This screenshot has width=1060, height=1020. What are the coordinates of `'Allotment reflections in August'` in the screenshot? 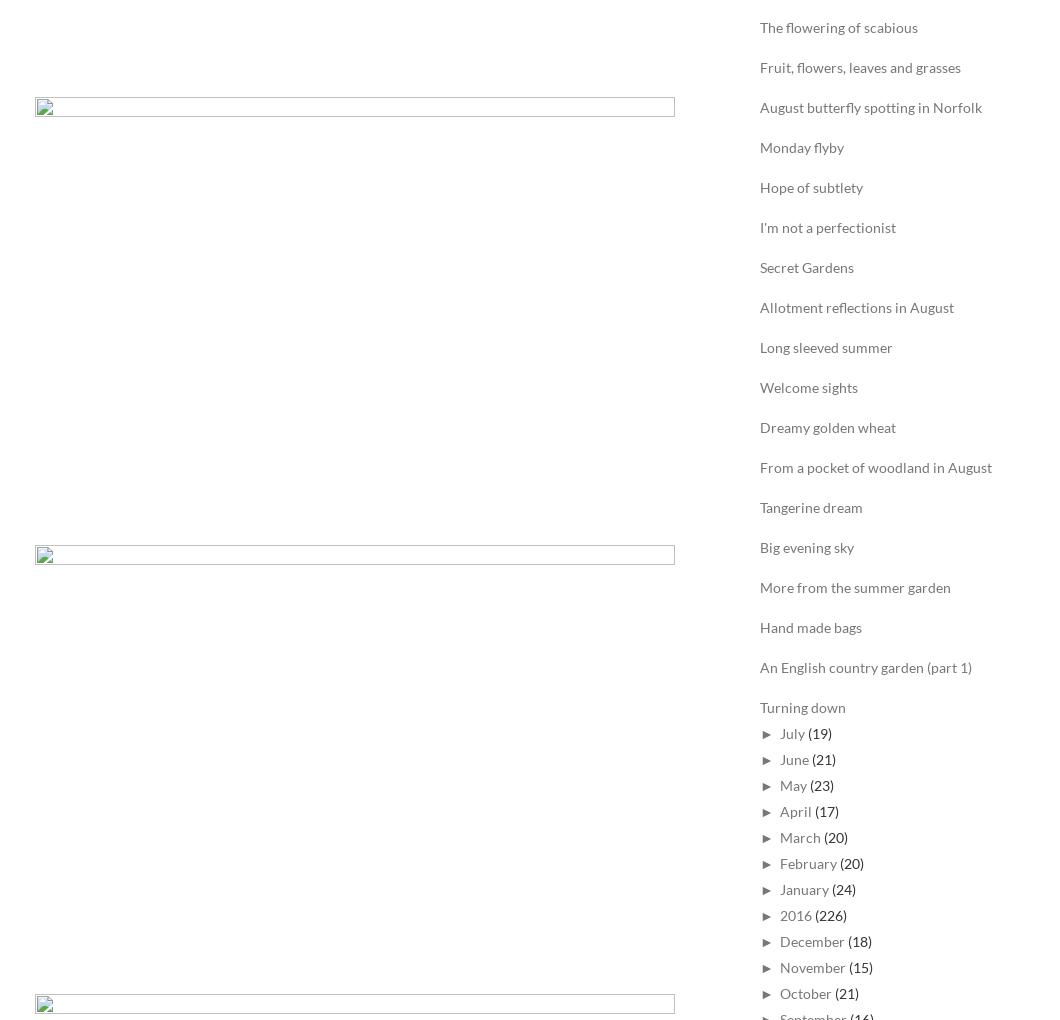 It's located at (759, 307).